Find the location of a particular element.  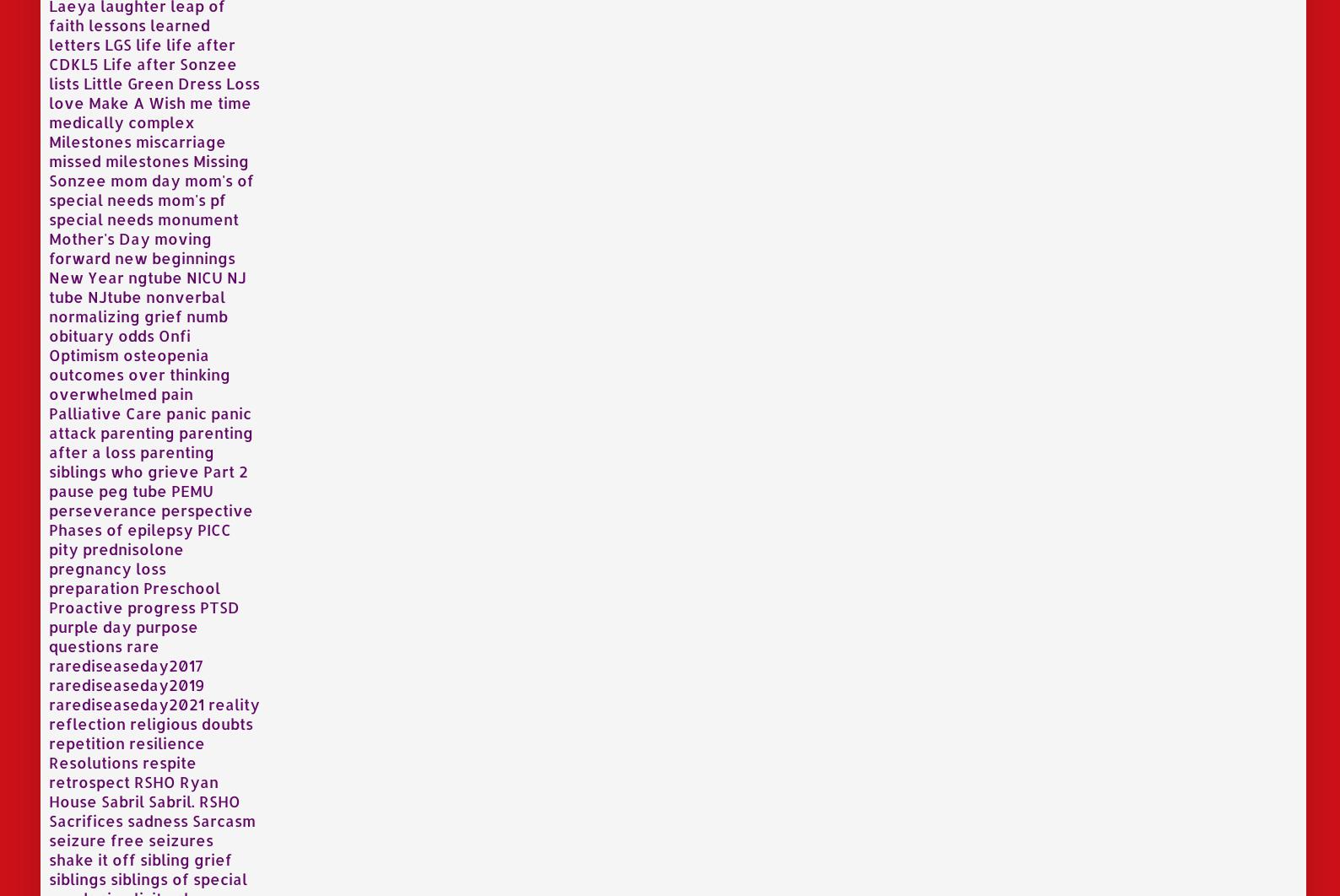

'Loss' is located at coordinates (226, 82).